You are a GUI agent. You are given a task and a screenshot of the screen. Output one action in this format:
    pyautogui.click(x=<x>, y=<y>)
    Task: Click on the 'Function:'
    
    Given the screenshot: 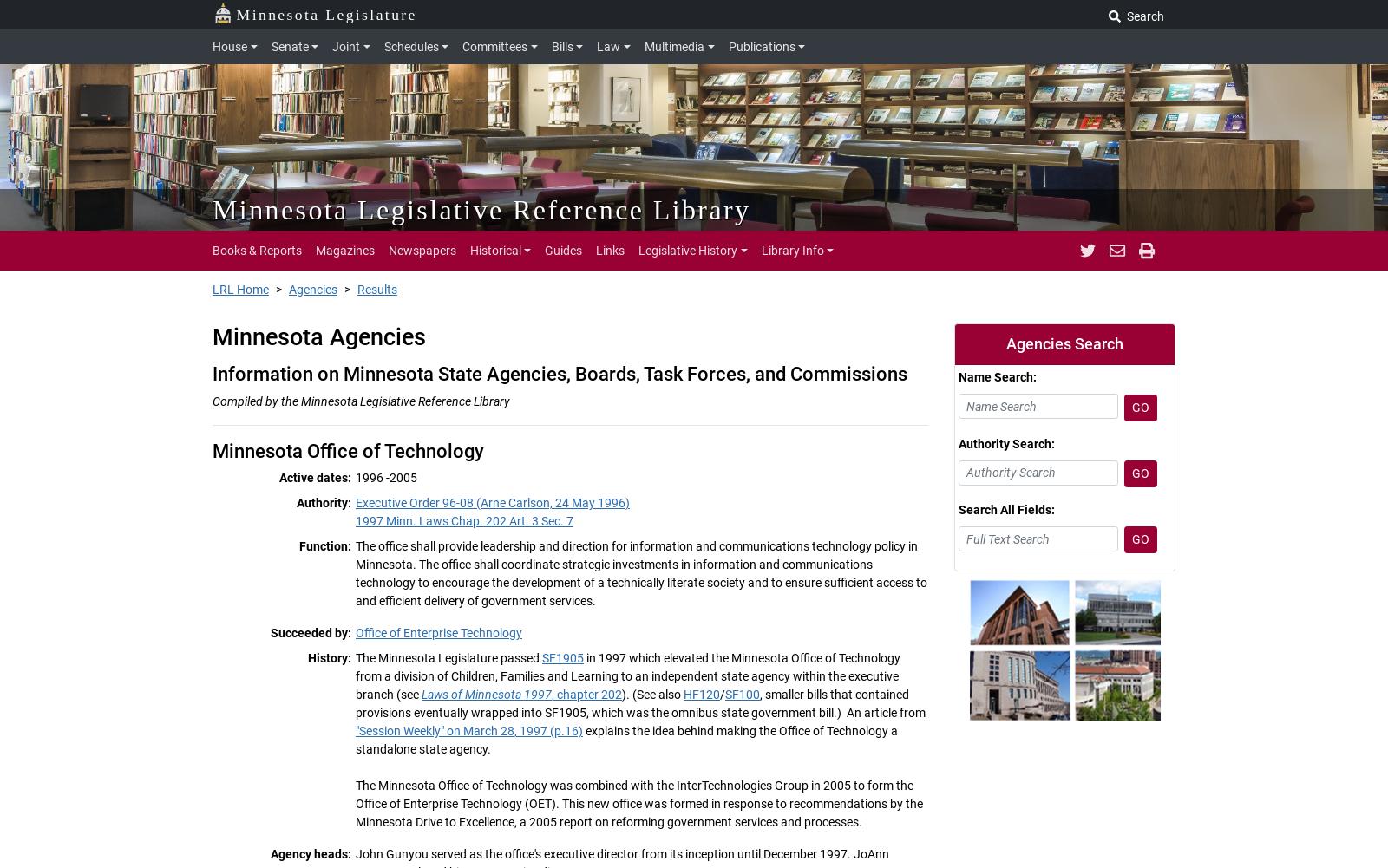 What is the action you would take?
    pyautogui.click(x=325, y=546)
    